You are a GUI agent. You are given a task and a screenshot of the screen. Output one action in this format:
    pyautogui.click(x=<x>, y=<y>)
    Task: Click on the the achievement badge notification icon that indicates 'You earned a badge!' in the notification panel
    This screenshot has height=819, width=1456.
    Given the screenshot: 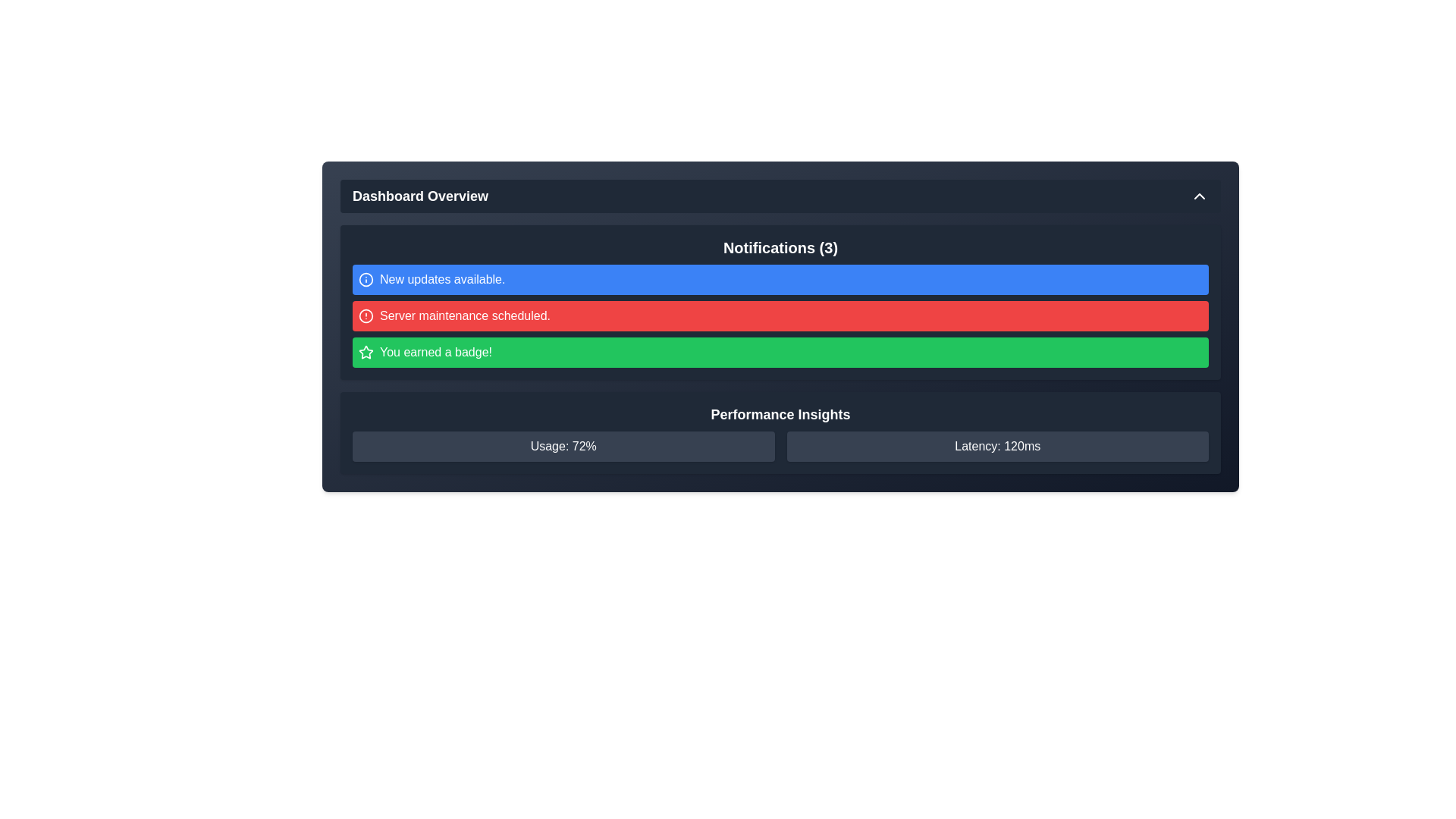 What is the action you would take?
    pyautogui.click(x=366, y=352)
    